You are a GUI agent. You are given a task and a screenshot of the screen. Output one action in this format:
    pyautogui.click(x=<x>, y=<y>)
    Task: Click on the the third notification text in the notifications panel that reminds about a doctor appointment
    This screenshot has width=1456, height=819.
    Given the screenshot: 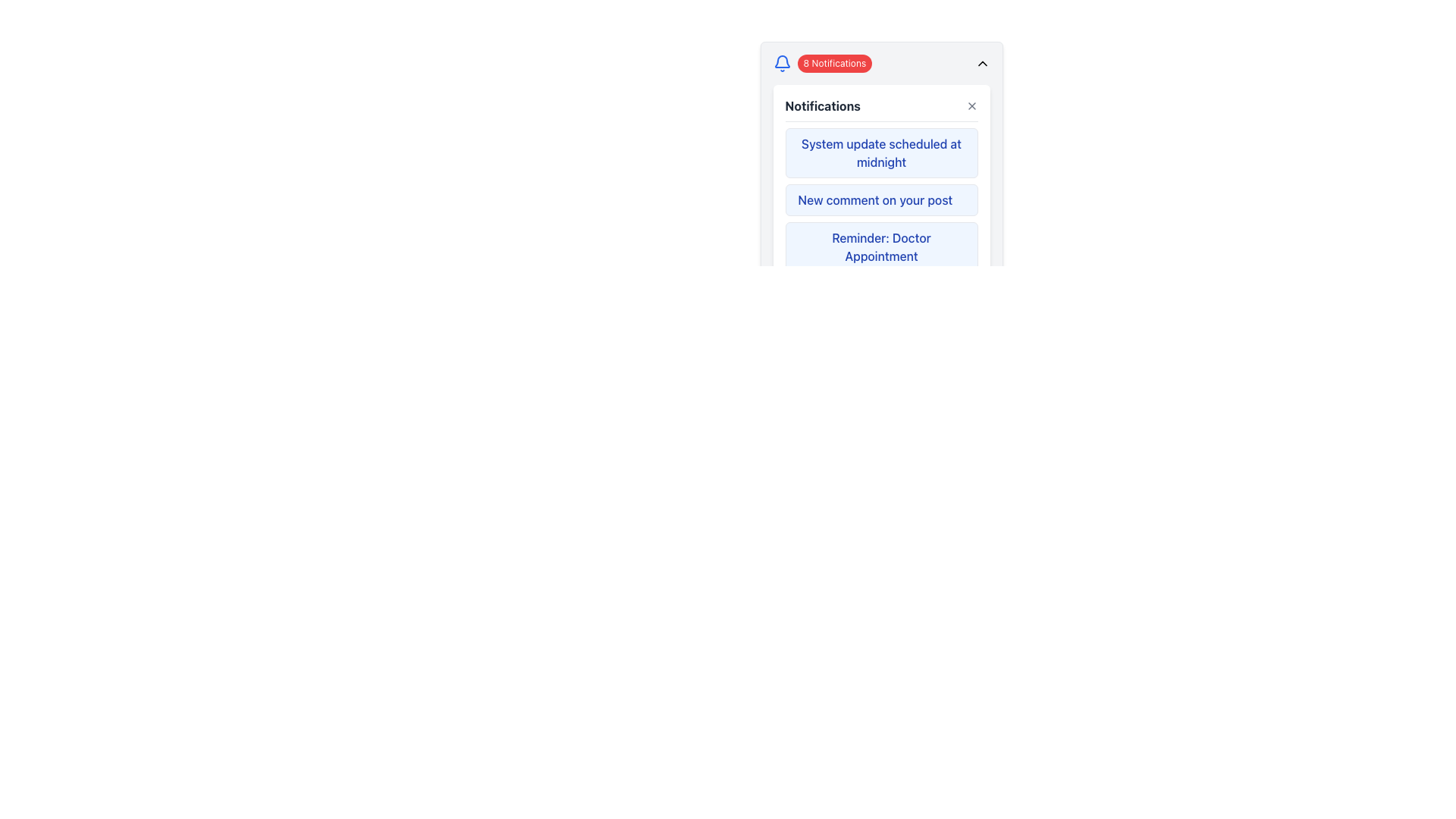 What is the action you would take?
    pyautogui.click(x=881, y=246)
    